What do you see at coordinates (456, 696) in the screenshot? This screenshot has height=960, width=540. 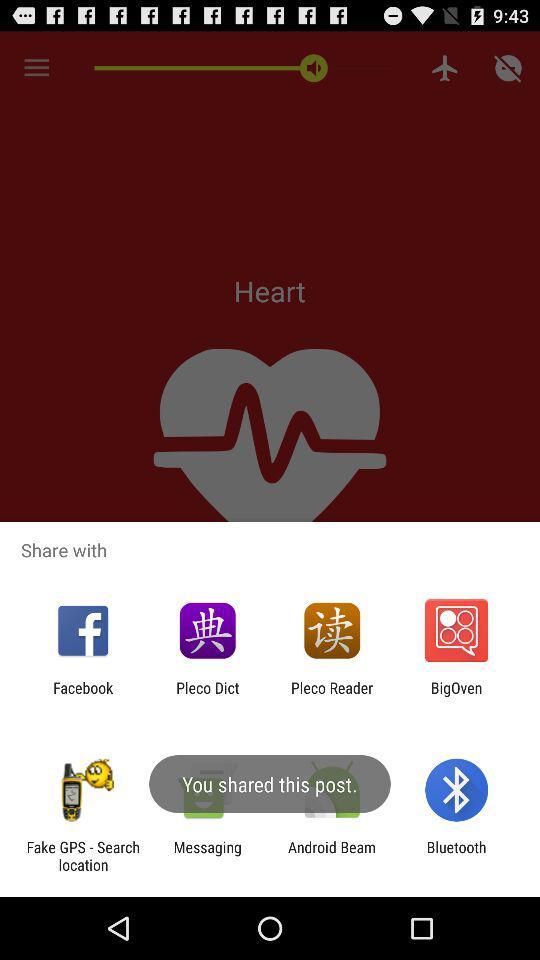 I see `the app next to pleco reader icon` at bounding box center [456, 696].